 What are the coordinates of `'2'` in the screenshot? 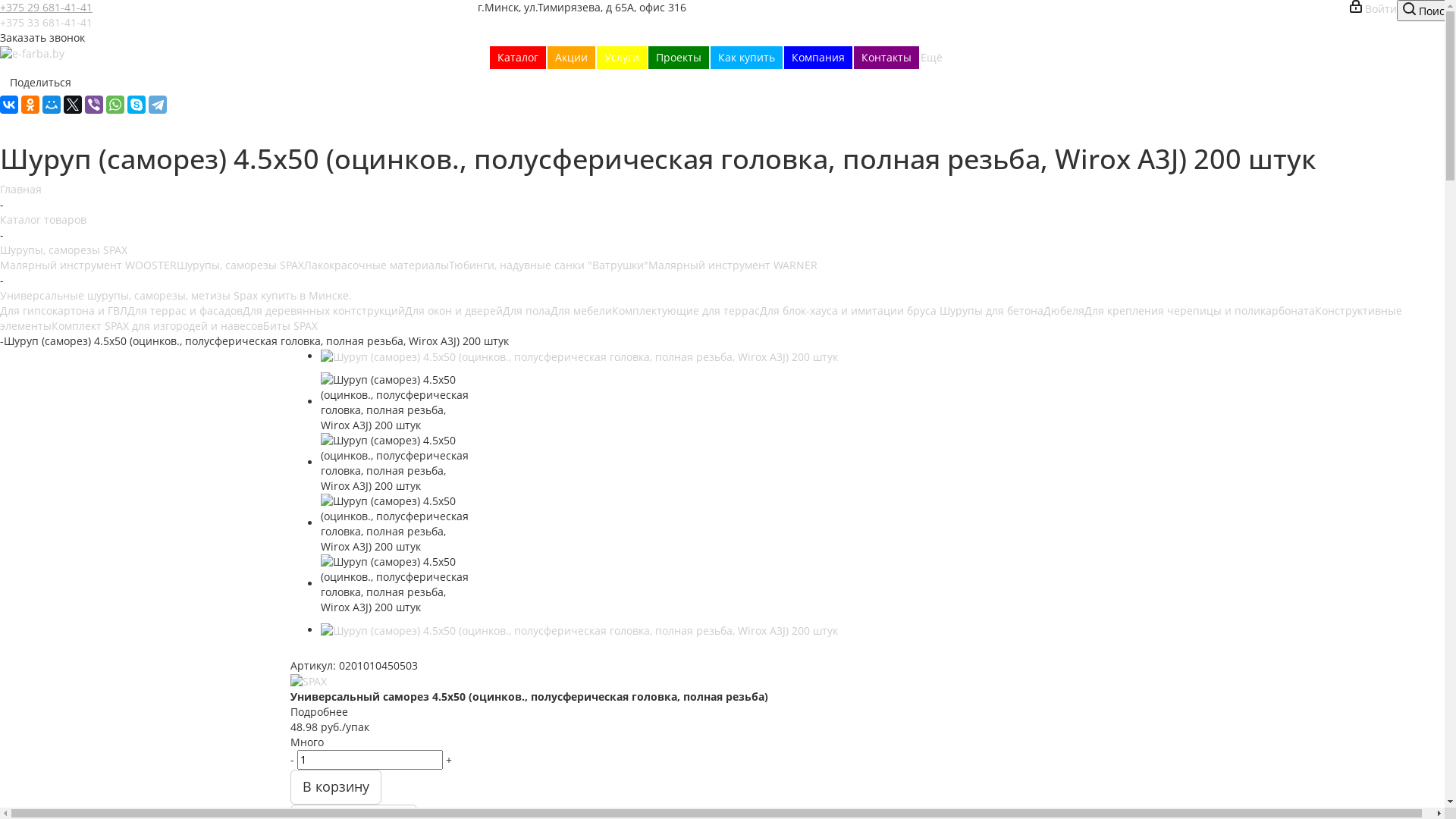 It's located at (311, 651).